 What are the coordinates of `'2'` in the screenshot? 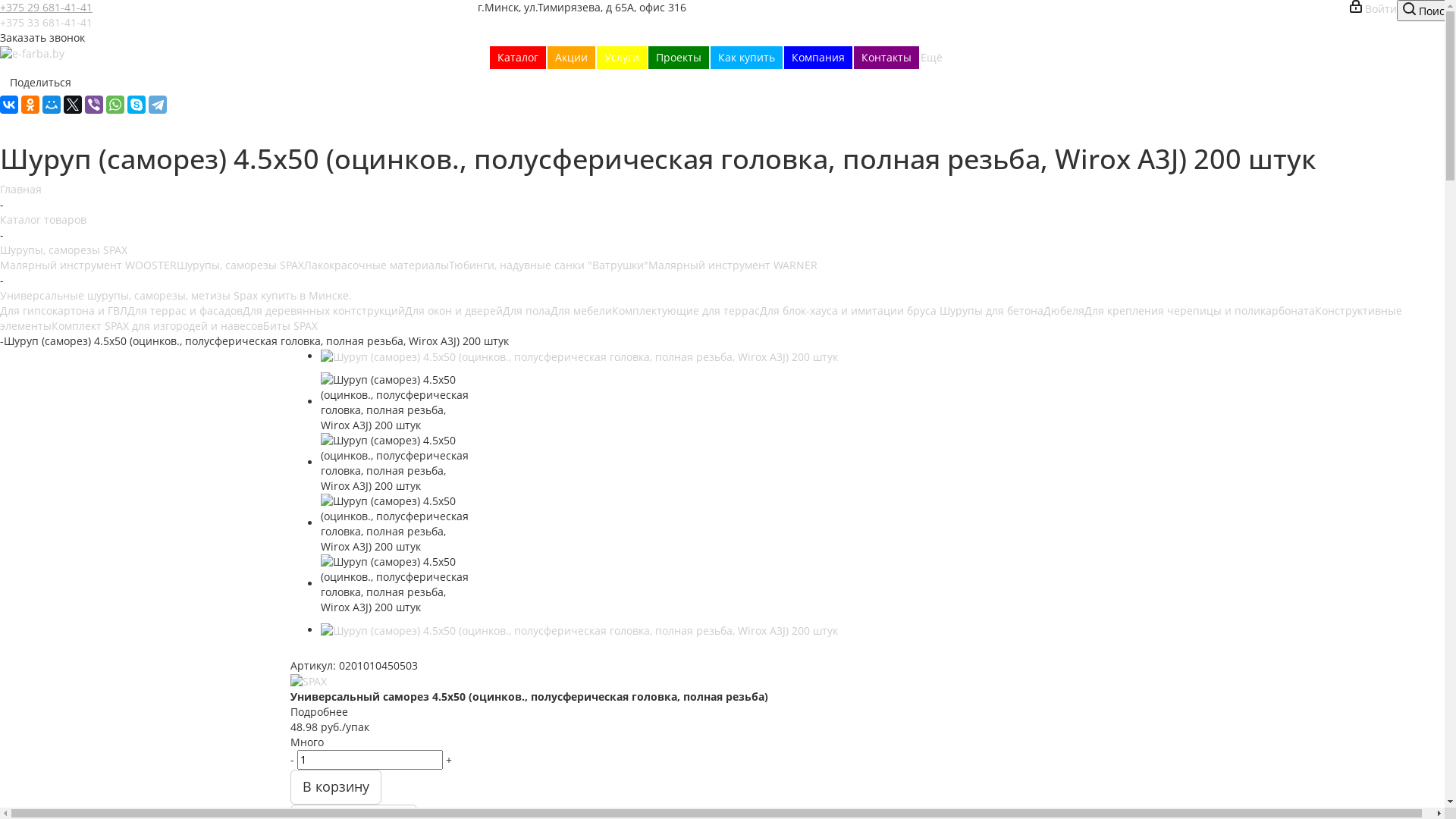 It's located at (311, 651).